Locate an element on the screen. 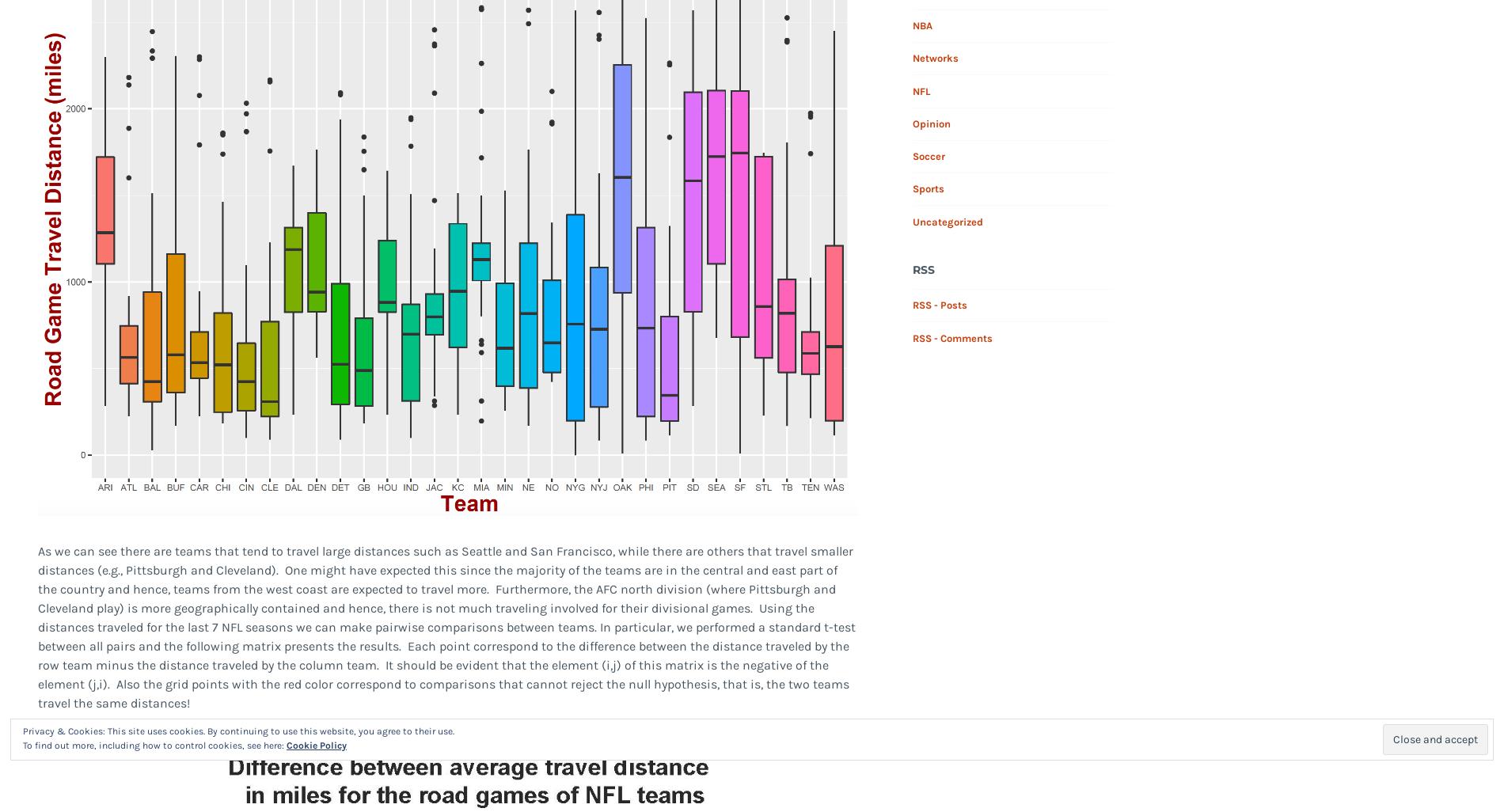 Image resolution: width=1504 pixels, height=812 pixels. 'Soccer' is located at coordinates (929, 155).